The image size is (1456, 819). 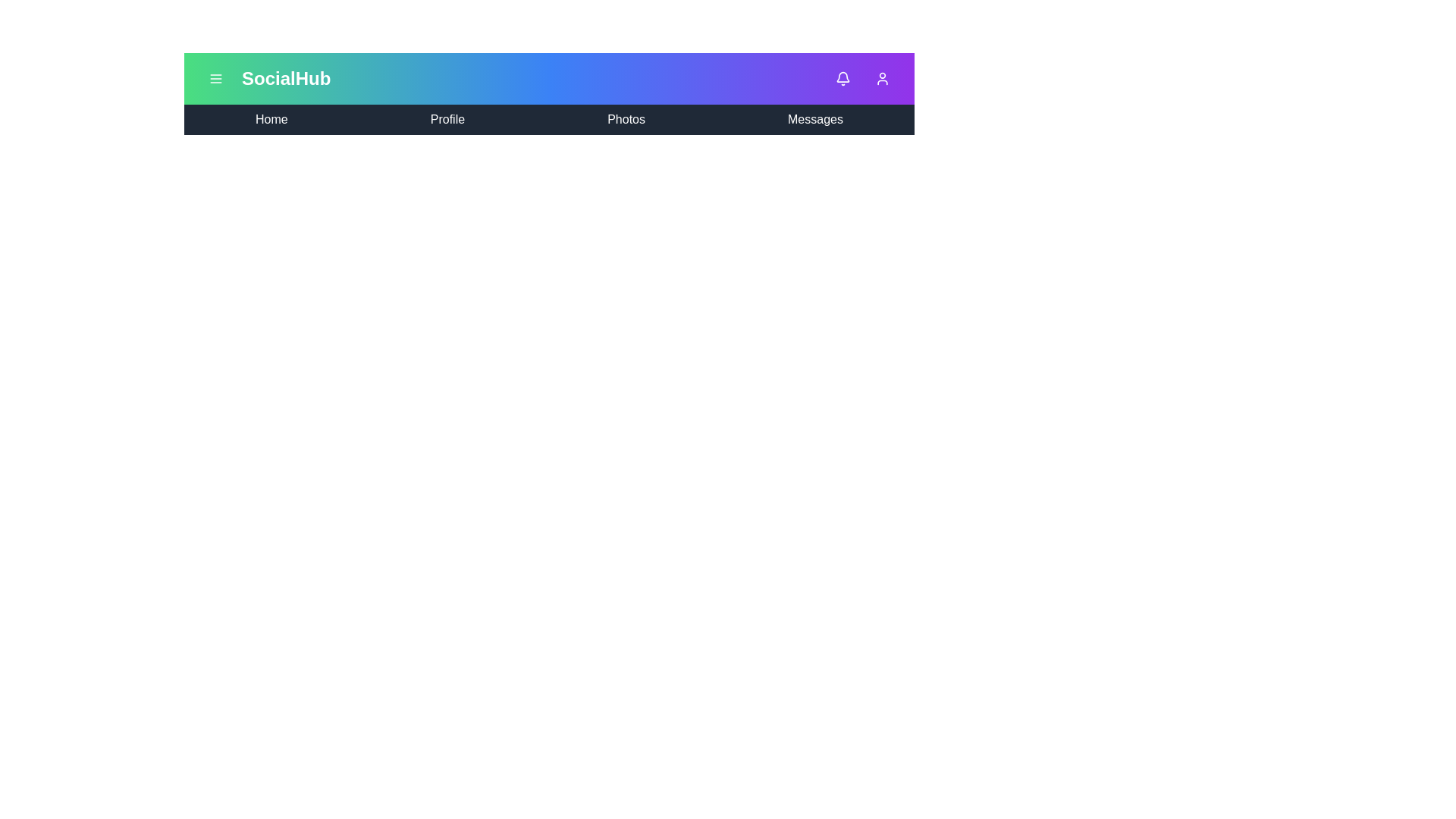 I want to click on the navigation item Photos to navigate to the corresponding section, so click(x=626, y=119).